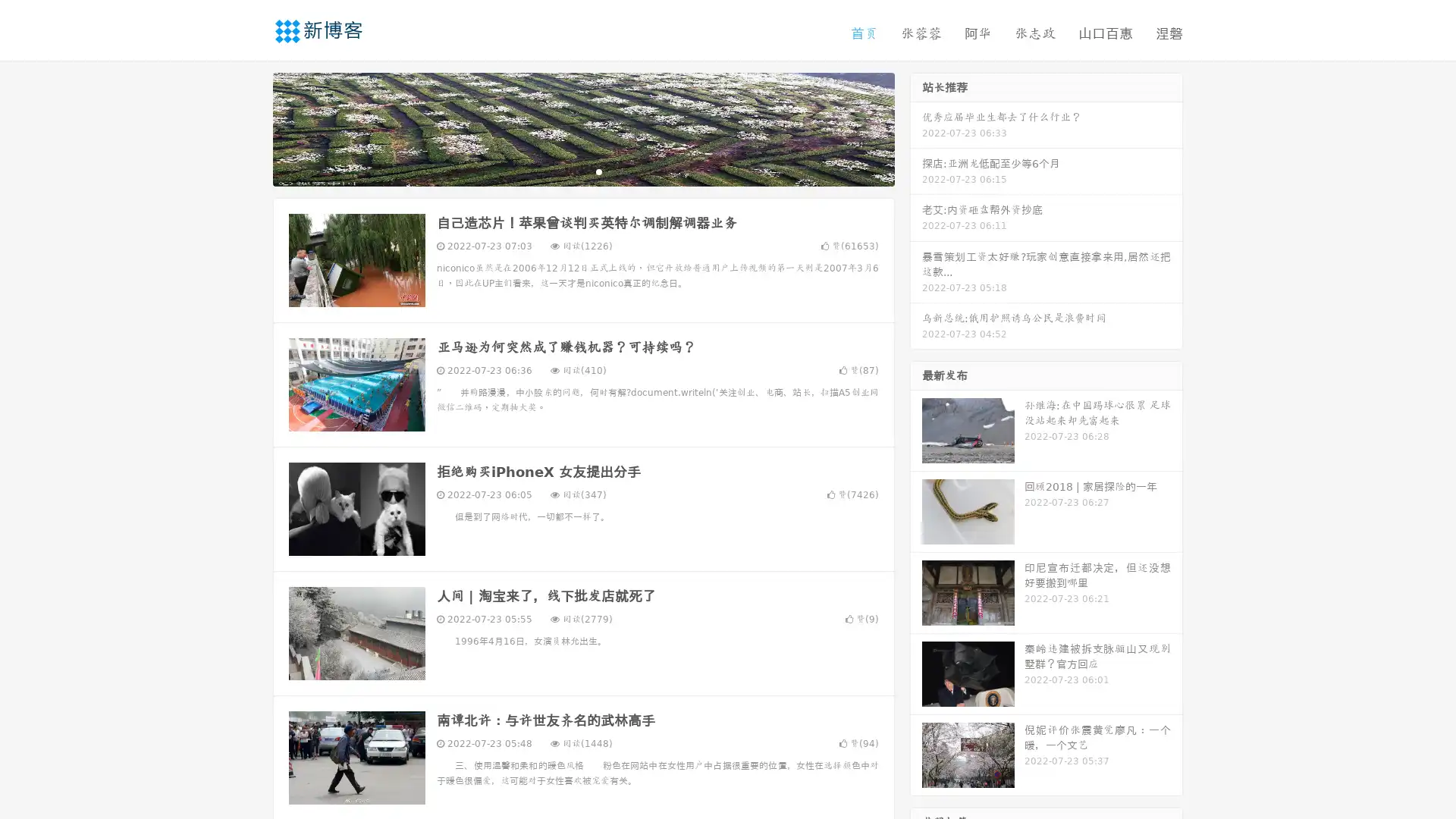 The image size is (1456, 819). What do you see at coordinates (598, 171) in the screenshot?
I see `Go to slide 3` at bounding box center [598, 171].